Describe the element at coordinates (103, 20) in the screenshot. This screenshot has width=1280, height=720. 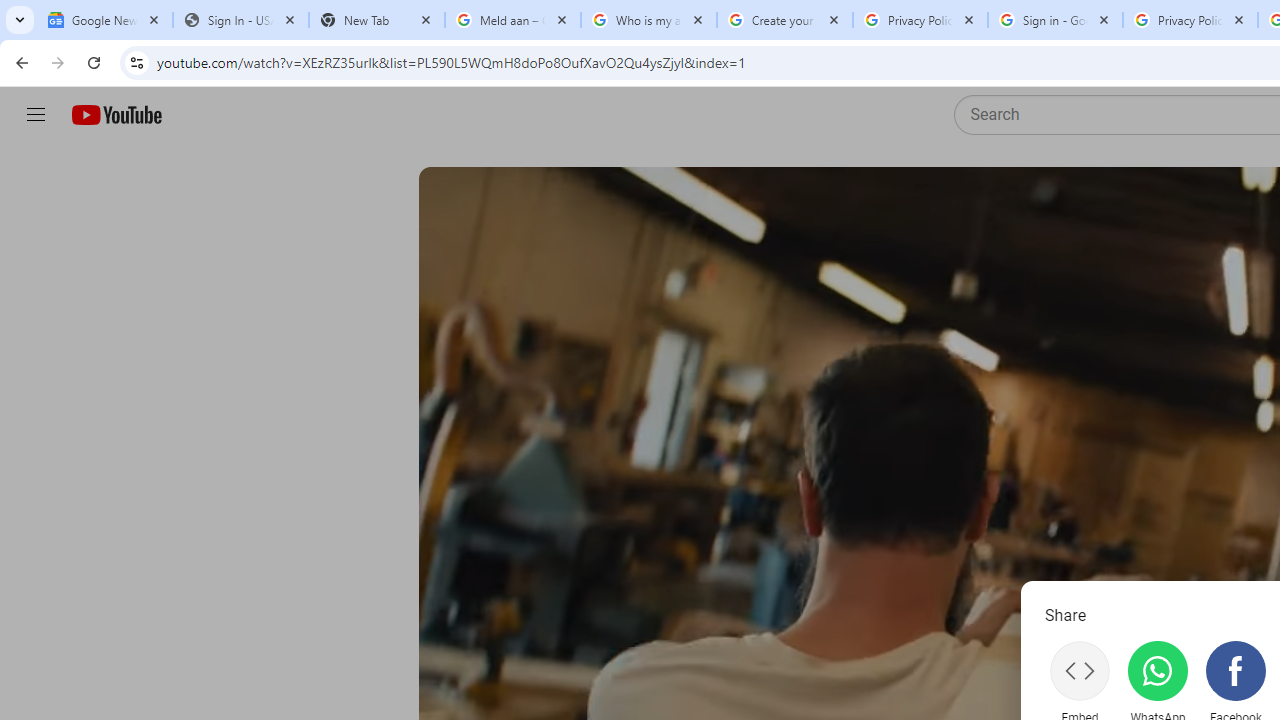
I see `'Google News'` at that location.